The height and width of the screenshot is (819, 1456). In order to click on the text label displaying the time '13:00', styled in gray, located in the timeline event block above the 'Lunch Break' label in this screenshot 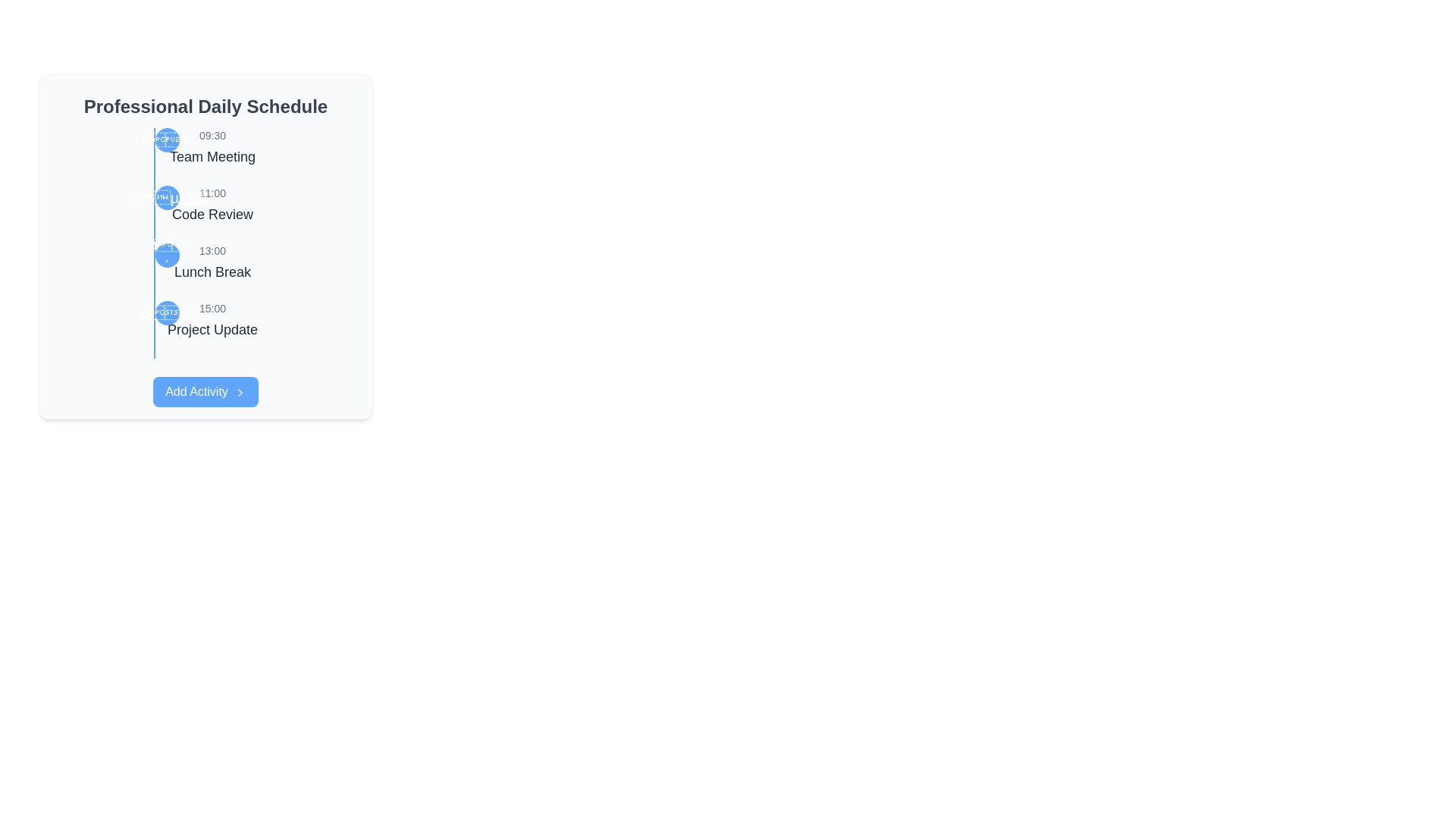, I will do `click(212, 250)`.